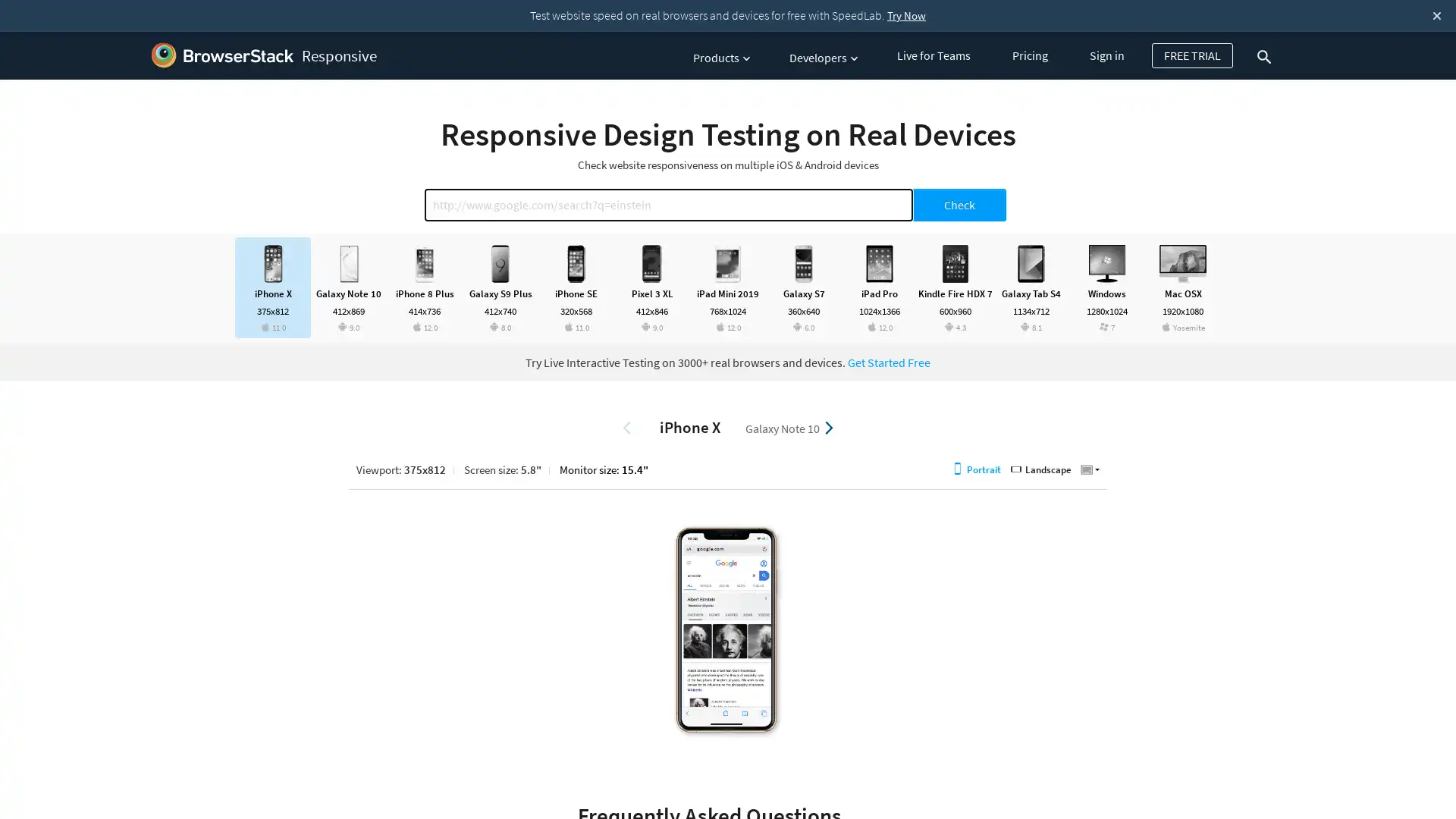  I want to click on Search, so click(1267, 56).